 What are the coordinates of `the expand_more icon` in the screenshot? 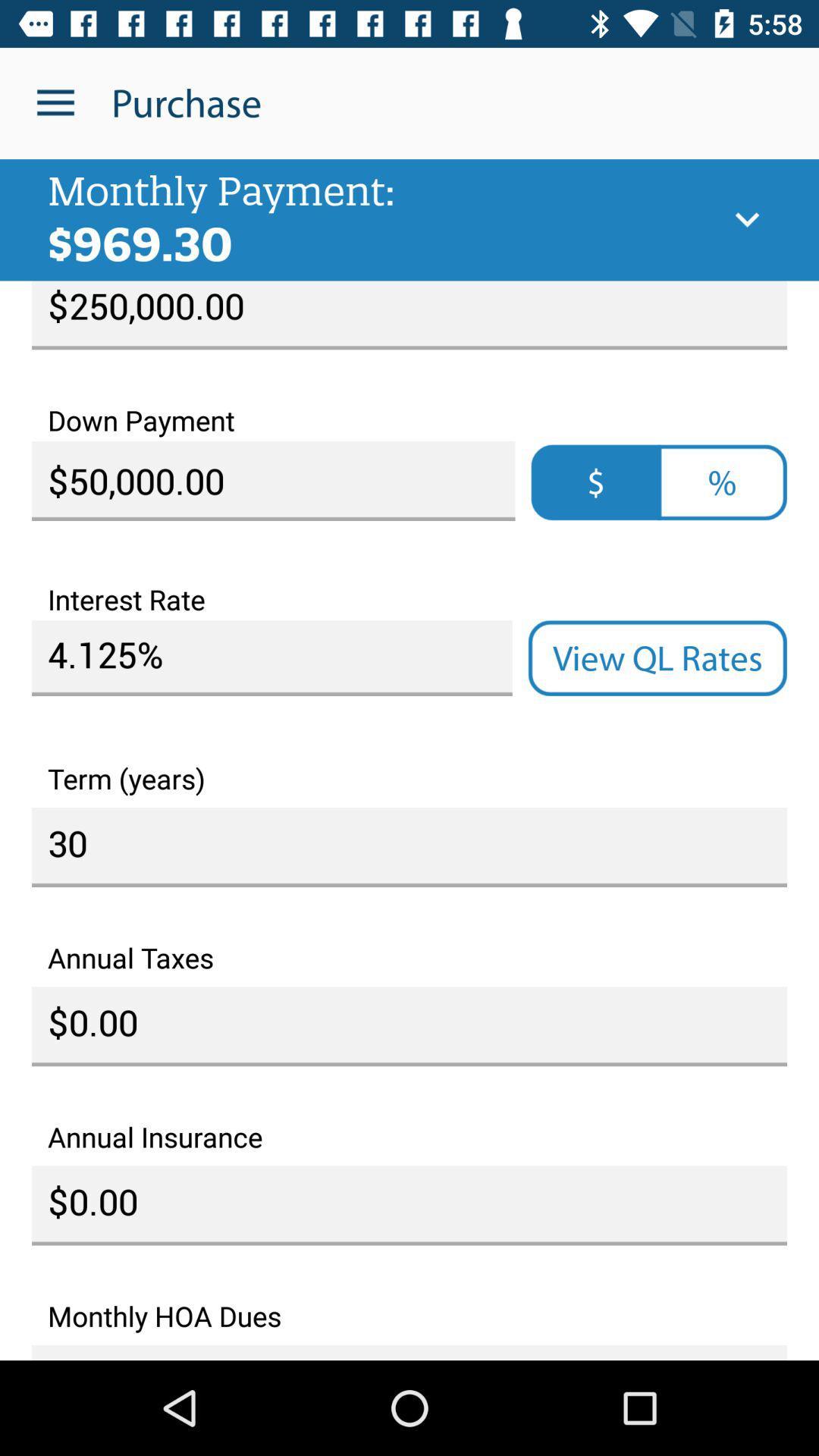 It's located at (746, 219).